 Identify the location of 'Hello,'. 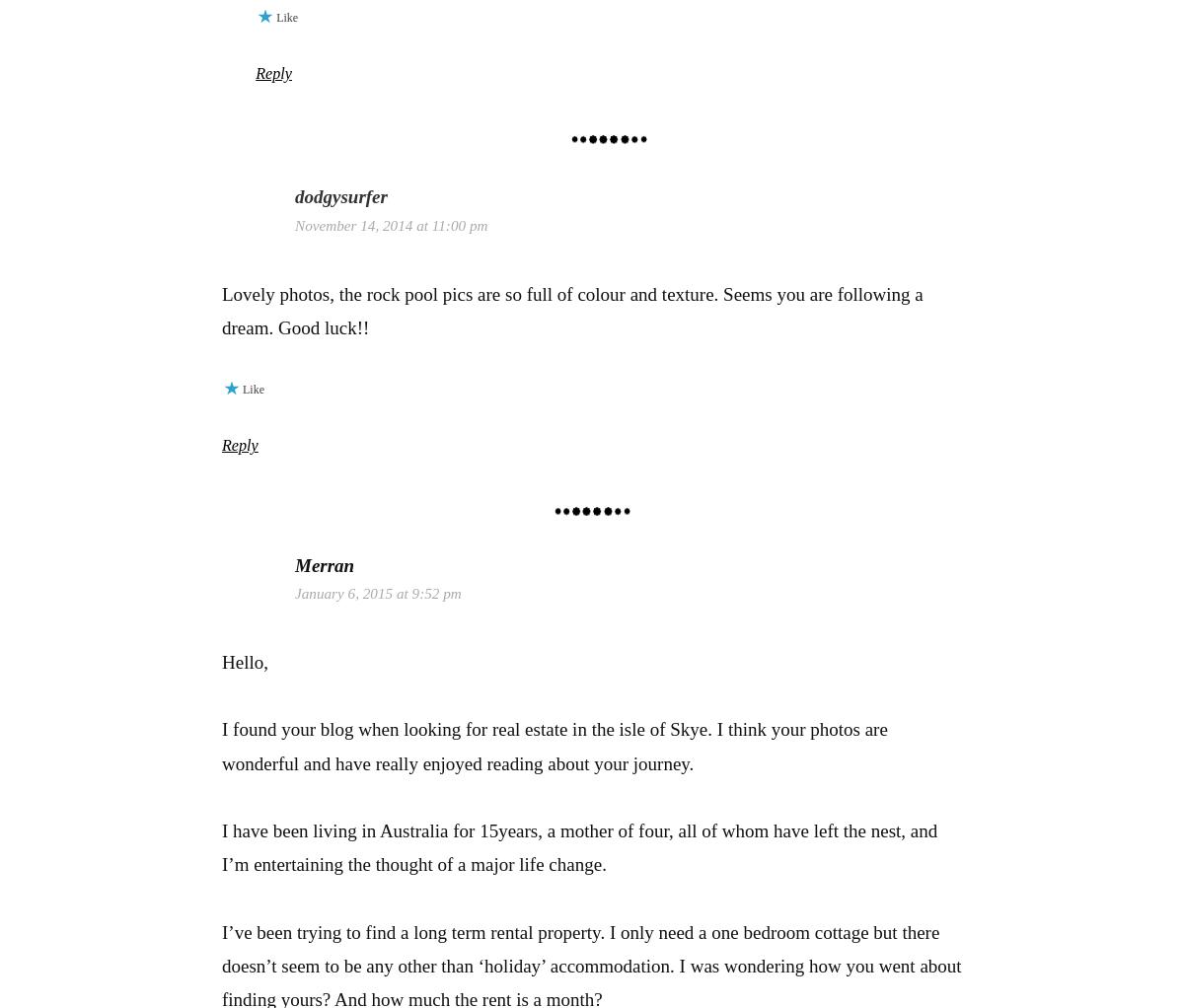
(221, 661).